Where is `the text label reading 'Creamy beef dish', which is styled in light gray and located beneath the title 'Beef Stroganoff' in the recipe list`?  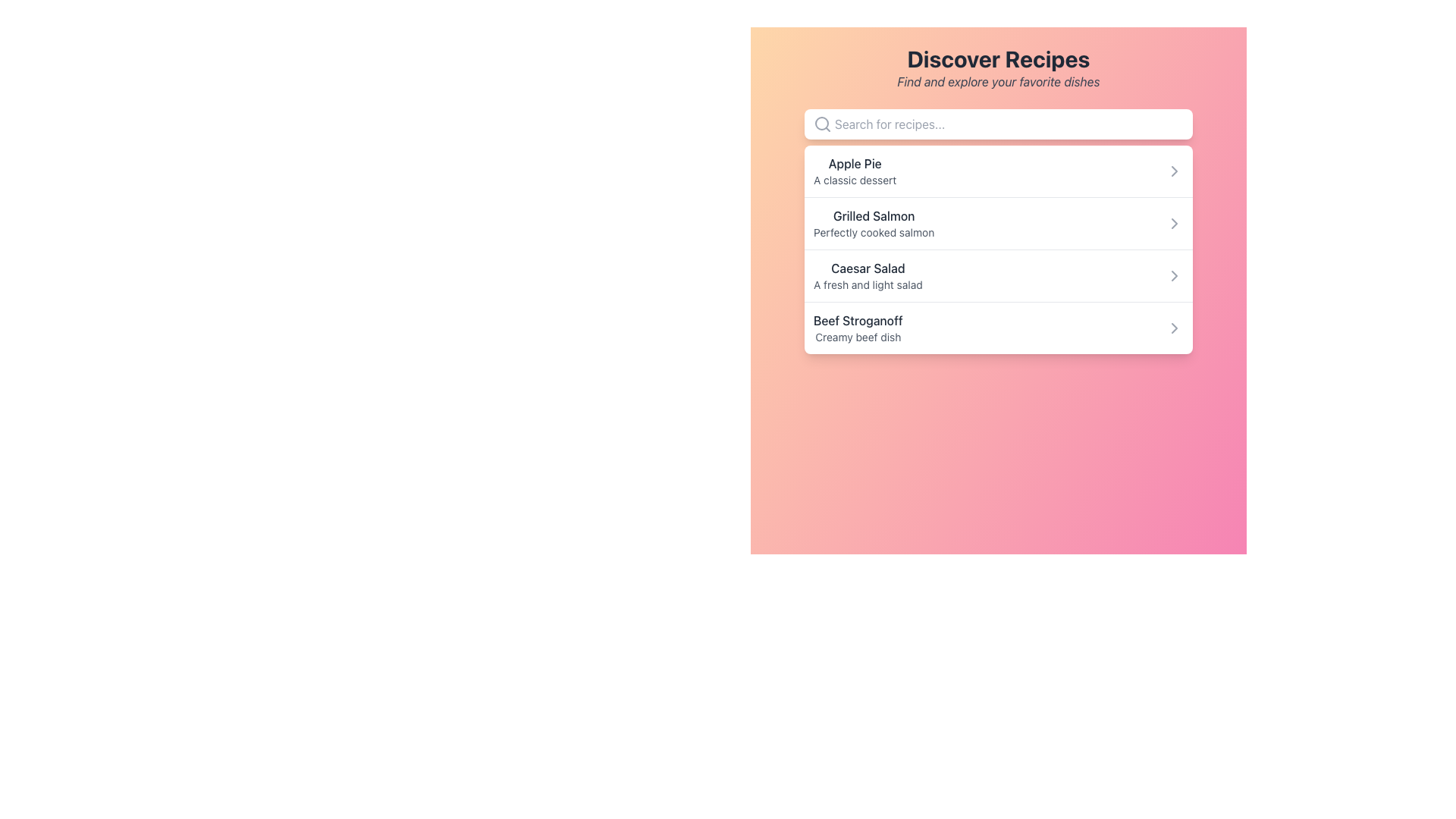 the text label reading 'Creamy beef dish', which is styled in light gray and located beneath the title 'Beef Stroganoff' in the recipe list is located at coordinates (858, 336).